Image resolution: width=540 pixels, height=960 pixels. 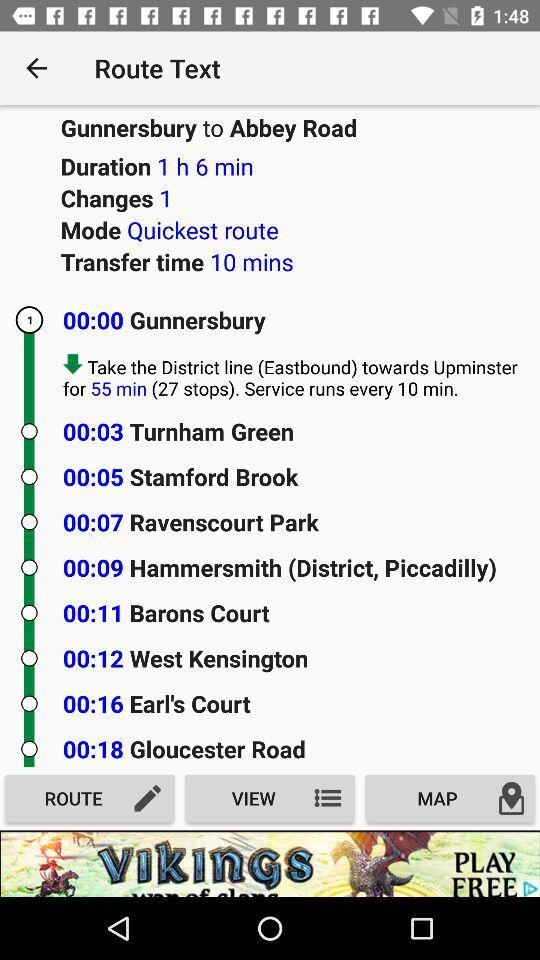 What do you see at coordinates (270, 798) in the screenshot?
I see `view` at bounding box center [270, 798].